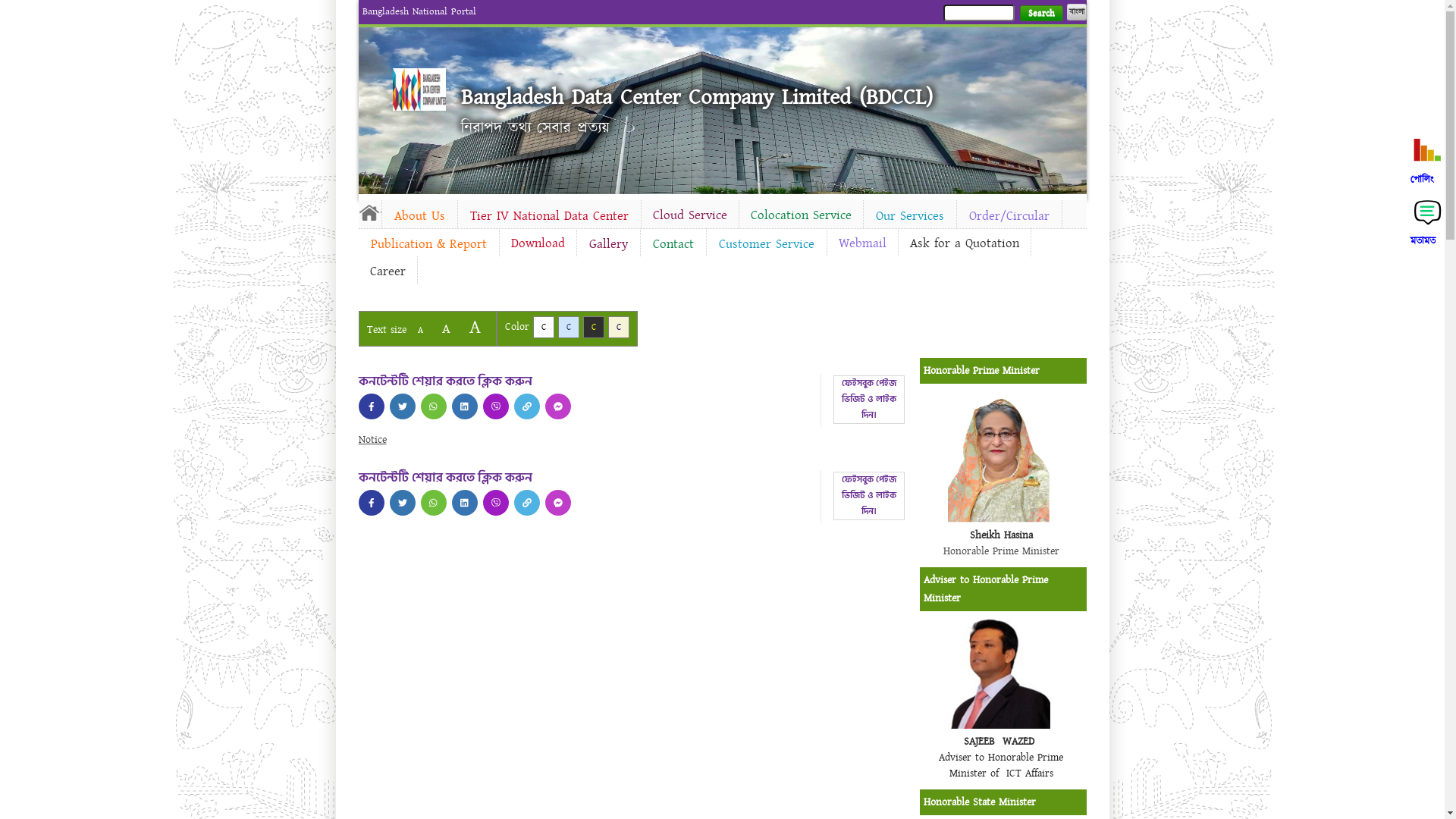 This screenshot has width=1456, height=819. I want to click on 'Career', so click(387, 271).